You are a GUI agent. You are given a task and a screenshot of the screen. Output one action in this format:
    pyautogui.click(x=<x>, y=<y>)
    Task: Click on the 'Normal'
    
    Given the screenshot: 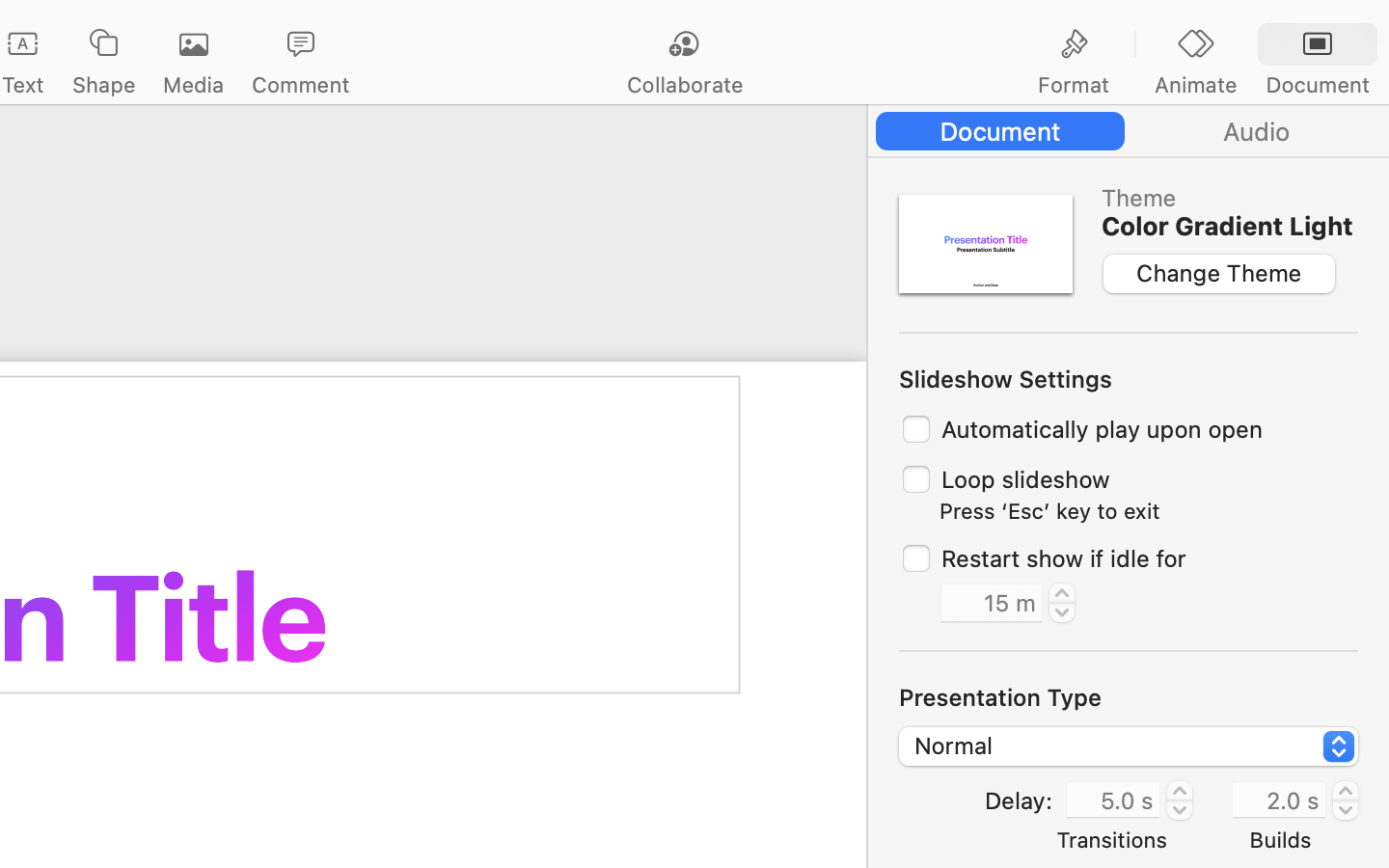 What is the action you would take?
    pyautogui.click(x=1130, y=747)
    